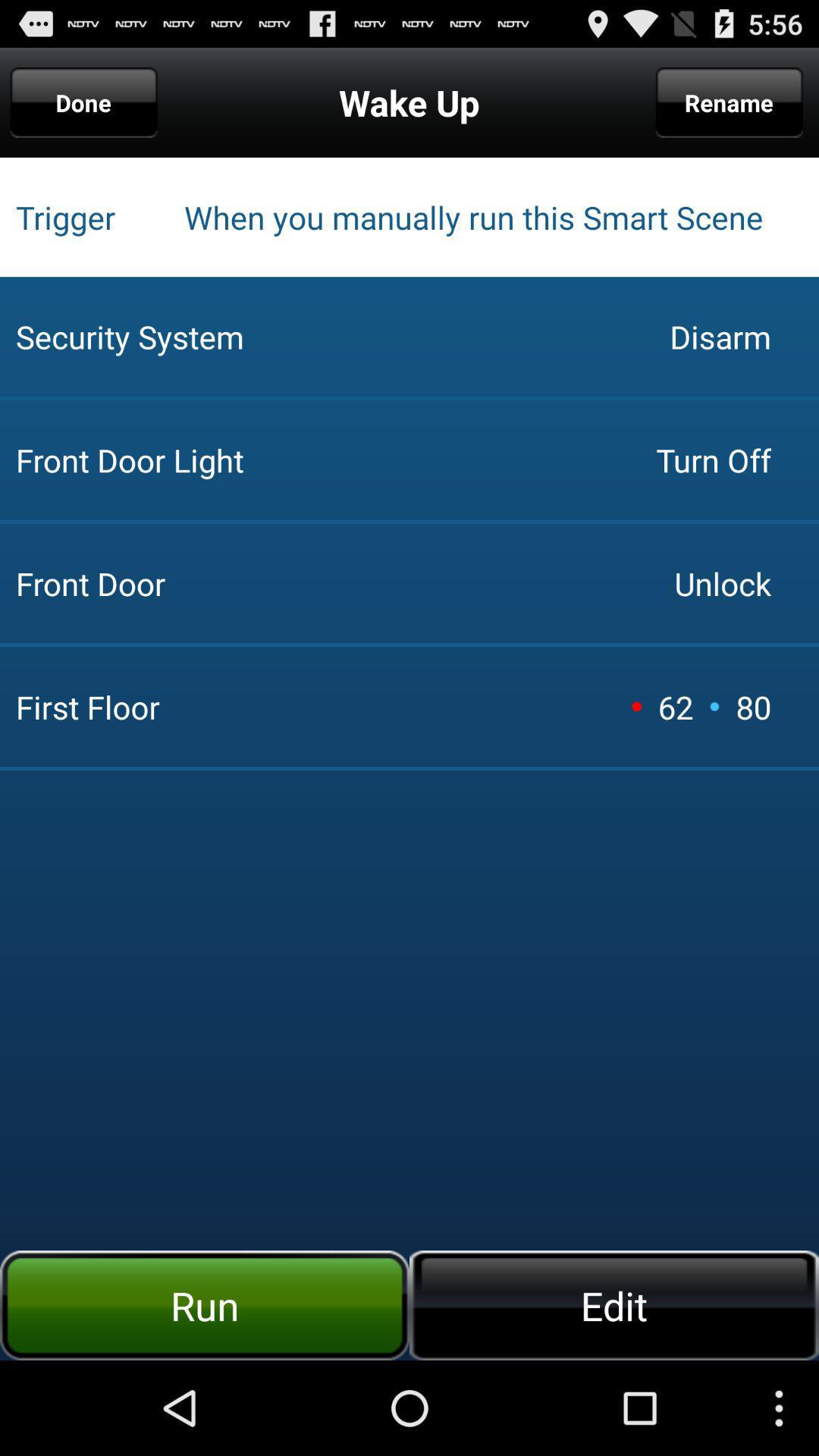  I want to click on the icon to the left of 80 item, so click(714, 705).